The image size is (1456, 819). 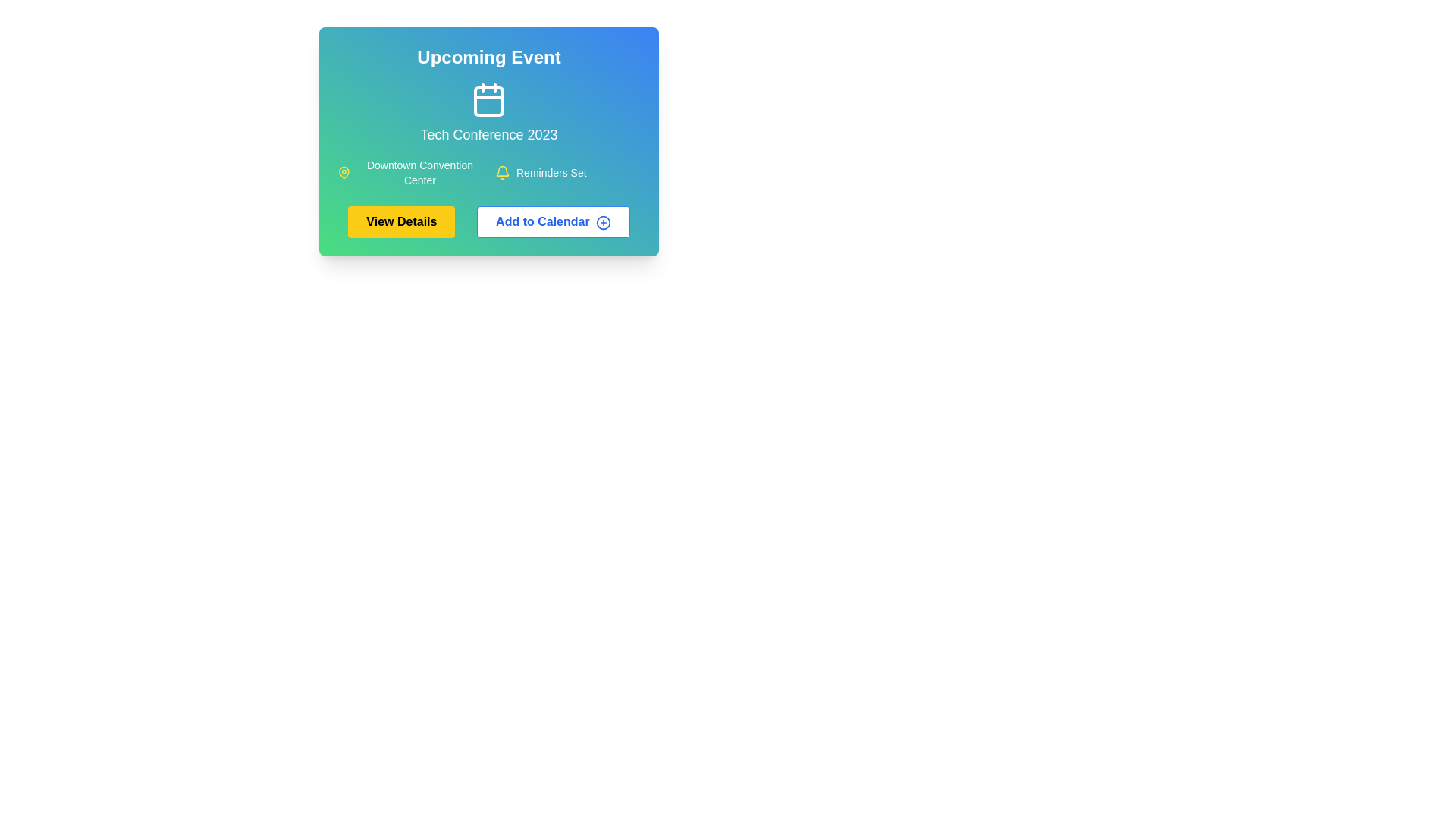 What do you see at coordinates (488, 102) in the screenshot?
I see `the small rounded rectangle inside the calendar icon at the top-center of the 'Upcoming Event' card` at bounding box center [488, 102].